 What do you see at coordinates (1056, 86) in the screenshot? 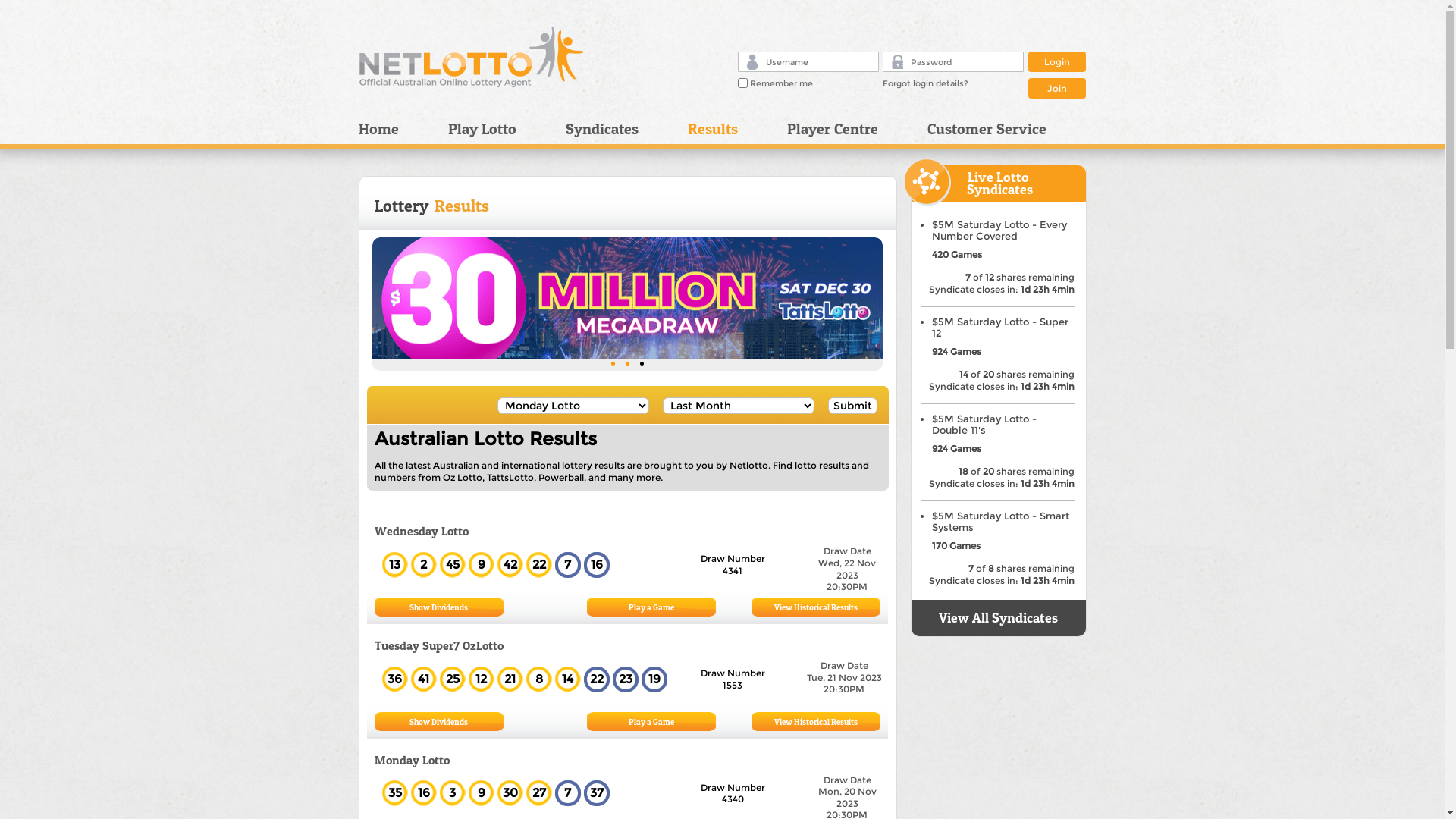
I see `'Join'` at bounding box center [1056, 86].